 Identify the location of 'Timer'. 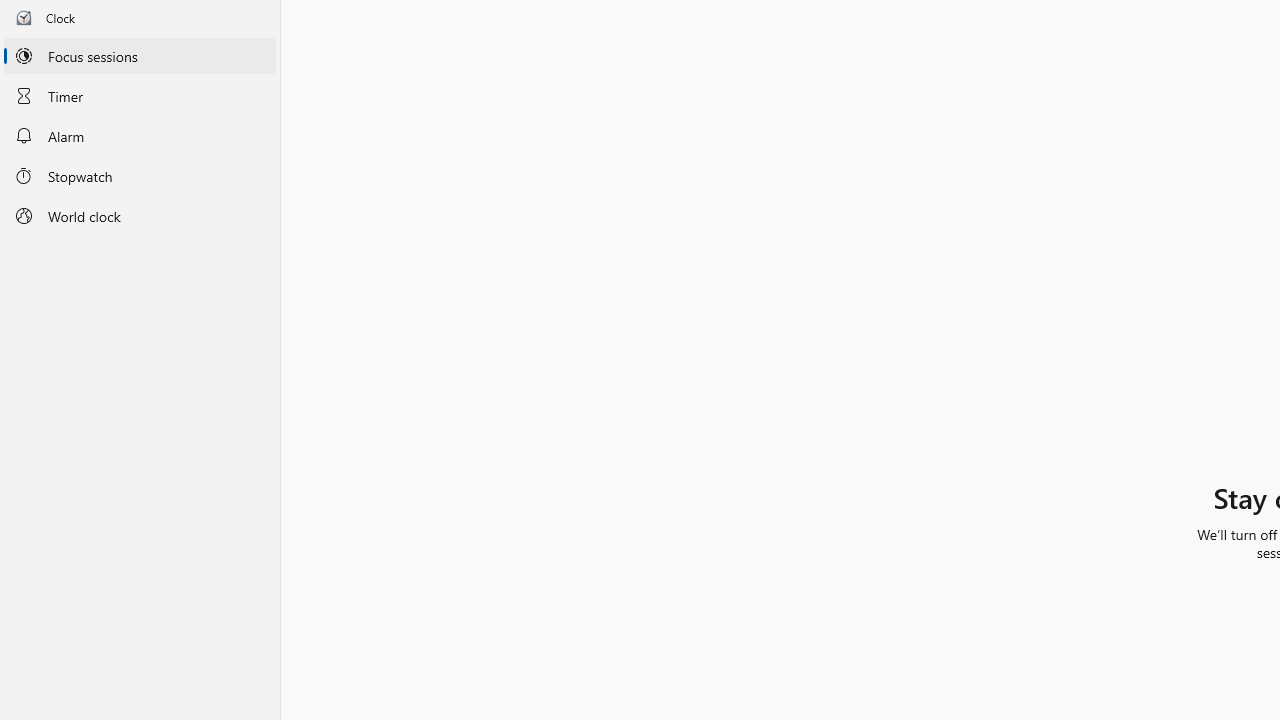
(139, 95).